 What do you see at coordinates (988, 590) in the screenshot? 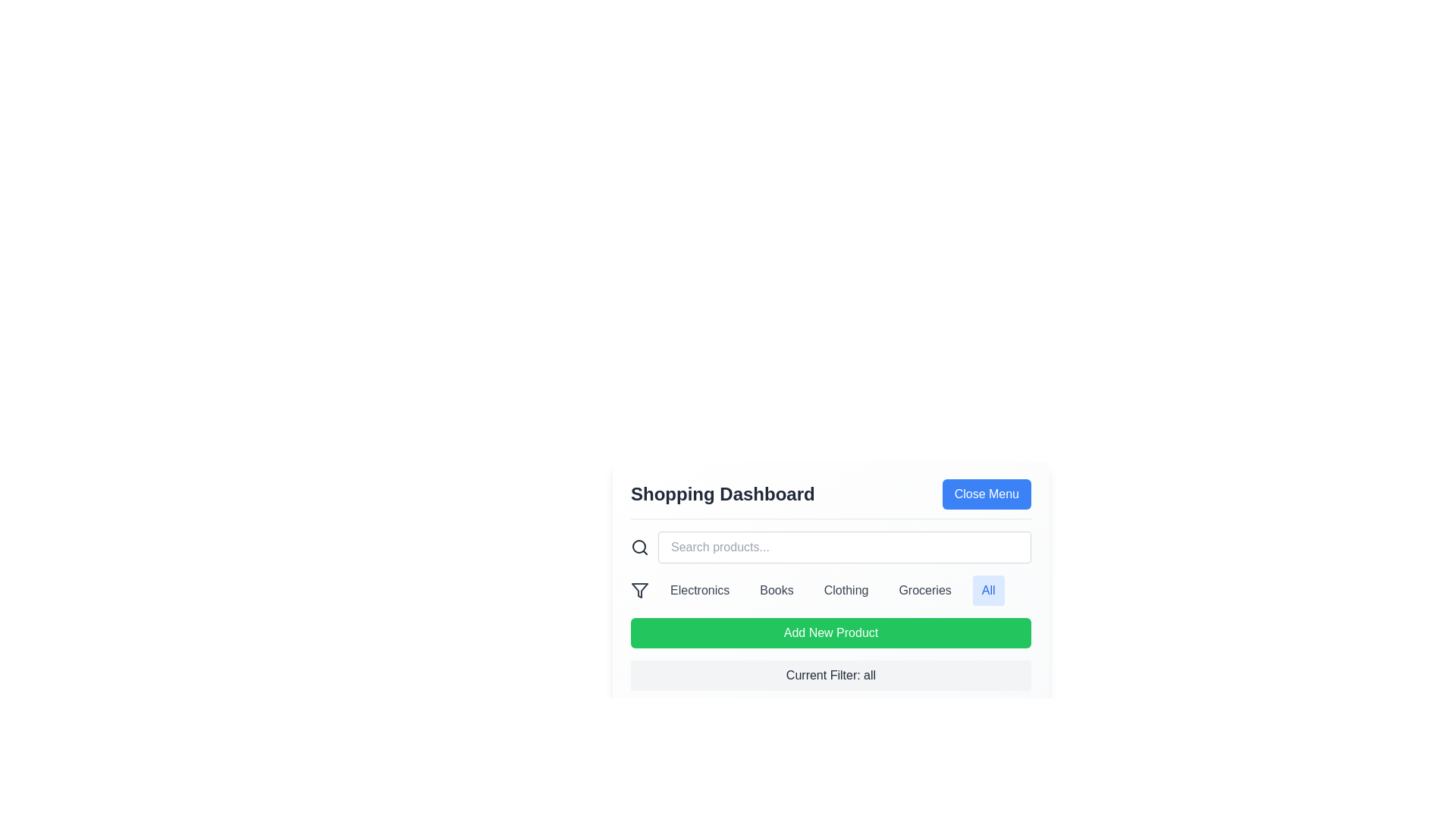
I see `the button labeled 'All', which has a light blue background and dark blue text, to trigger hover effects` at bounding box center [988, 590].